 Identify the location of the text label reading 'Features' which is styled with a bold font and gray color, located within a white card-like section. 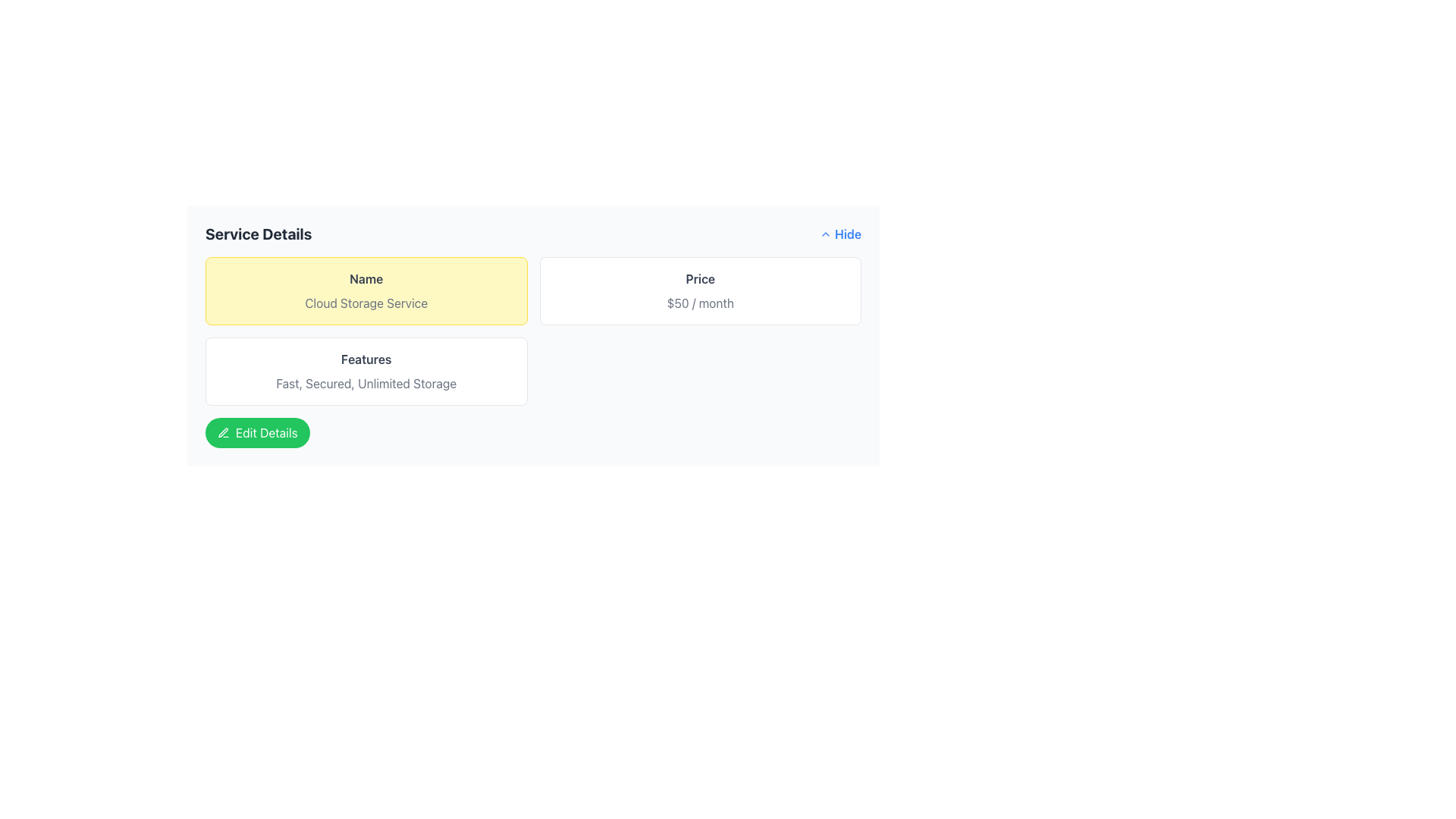
(366, 359).